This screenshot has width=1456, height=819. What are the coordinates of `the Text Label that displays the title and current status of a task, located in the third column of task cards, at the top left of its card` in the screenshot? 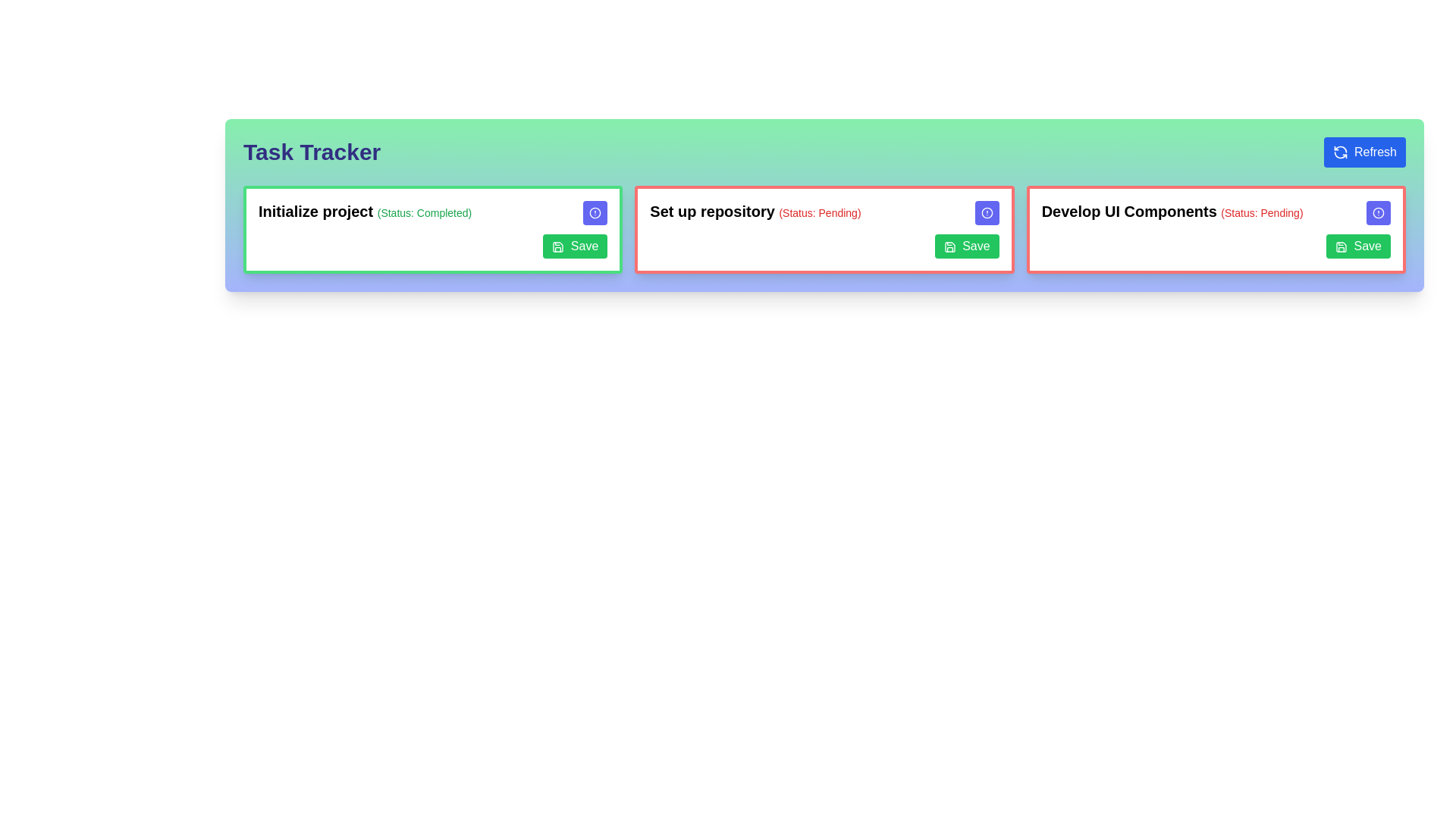 It's located at (1216, 213).